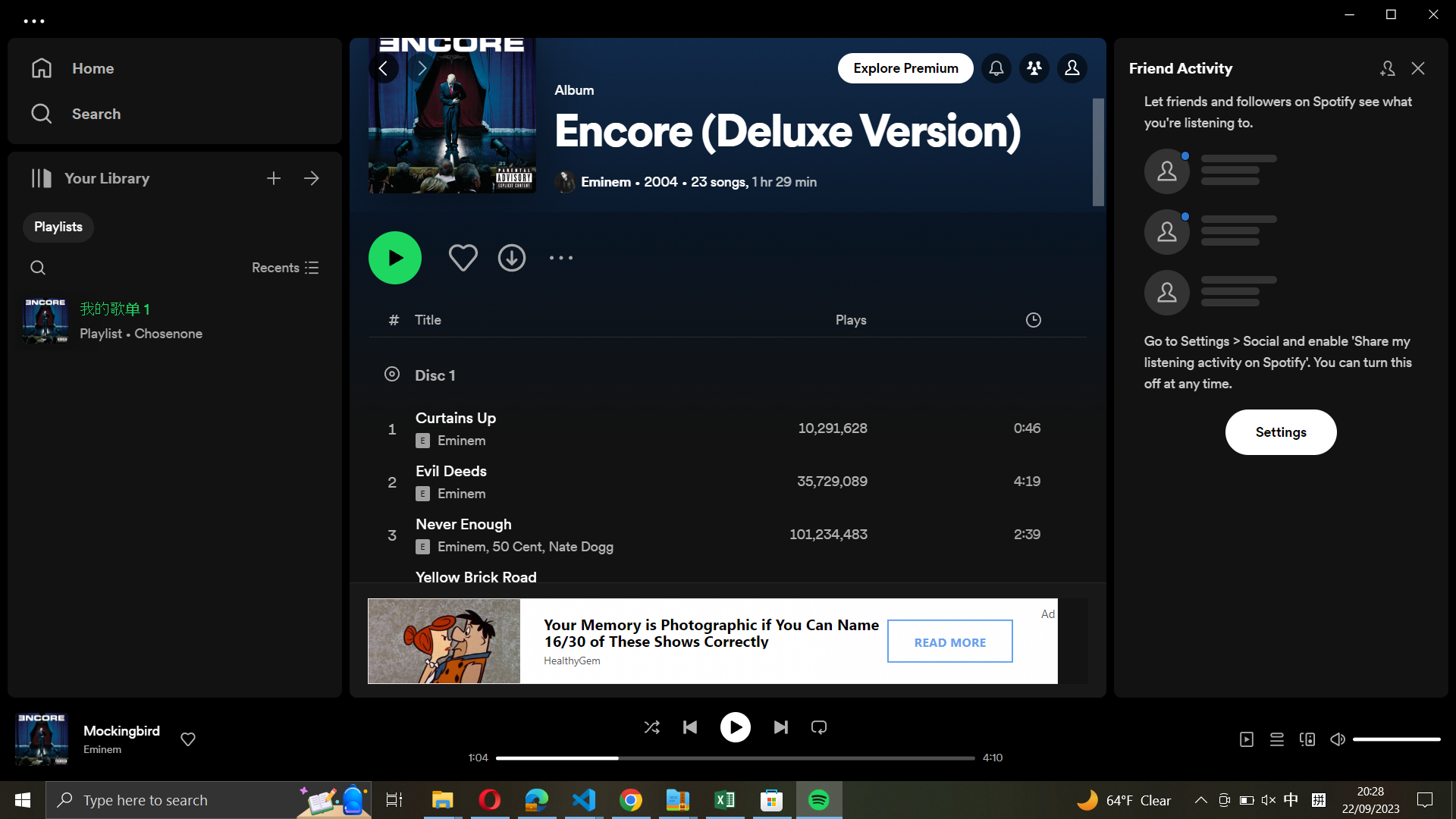  What do you see at coordinates (1280, 431) in the screenshot?
I see `the settings option` at bounding box center [1280, 431].